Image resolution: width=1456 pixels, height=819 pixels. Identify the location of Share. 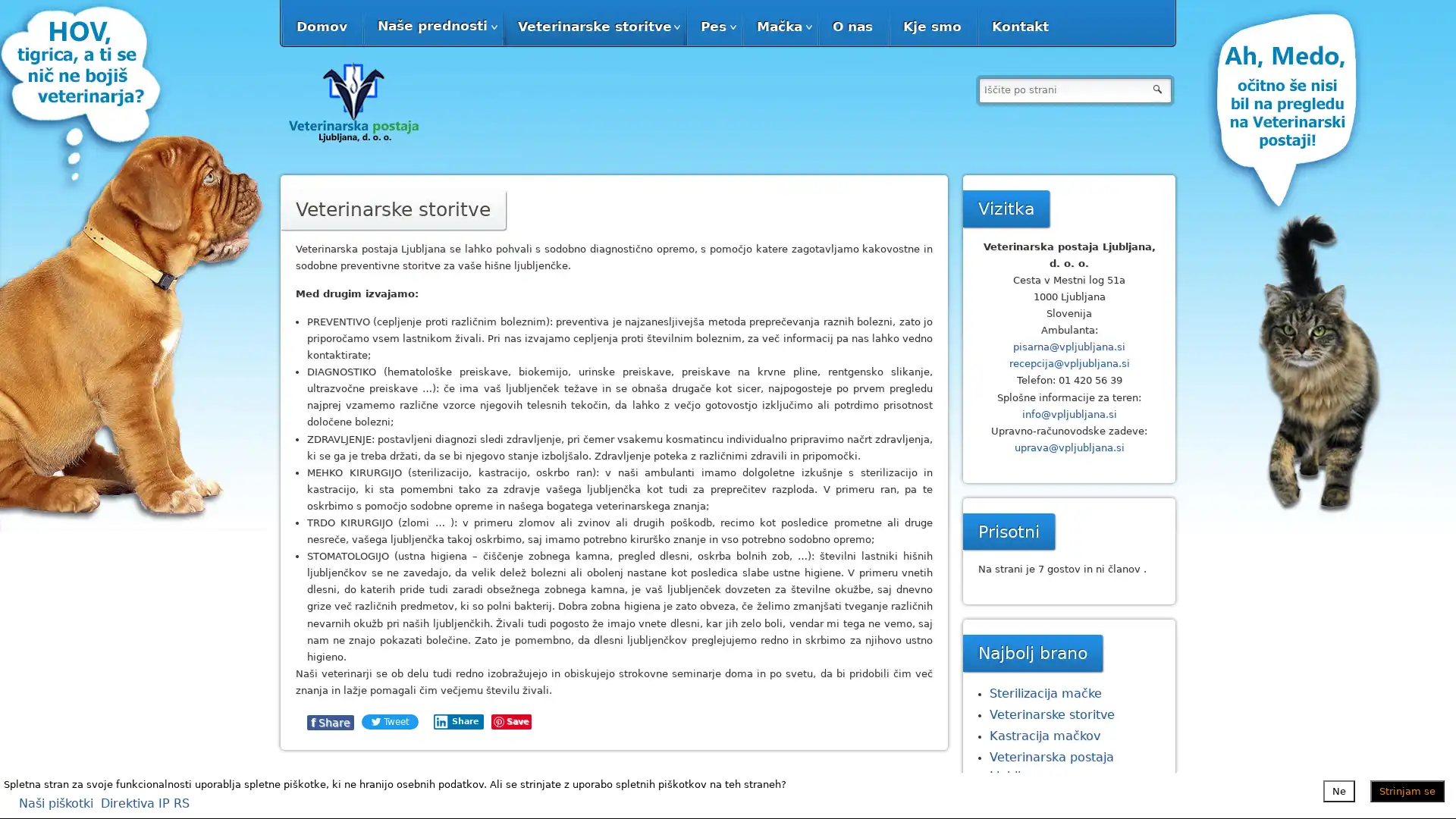
(526, 721).